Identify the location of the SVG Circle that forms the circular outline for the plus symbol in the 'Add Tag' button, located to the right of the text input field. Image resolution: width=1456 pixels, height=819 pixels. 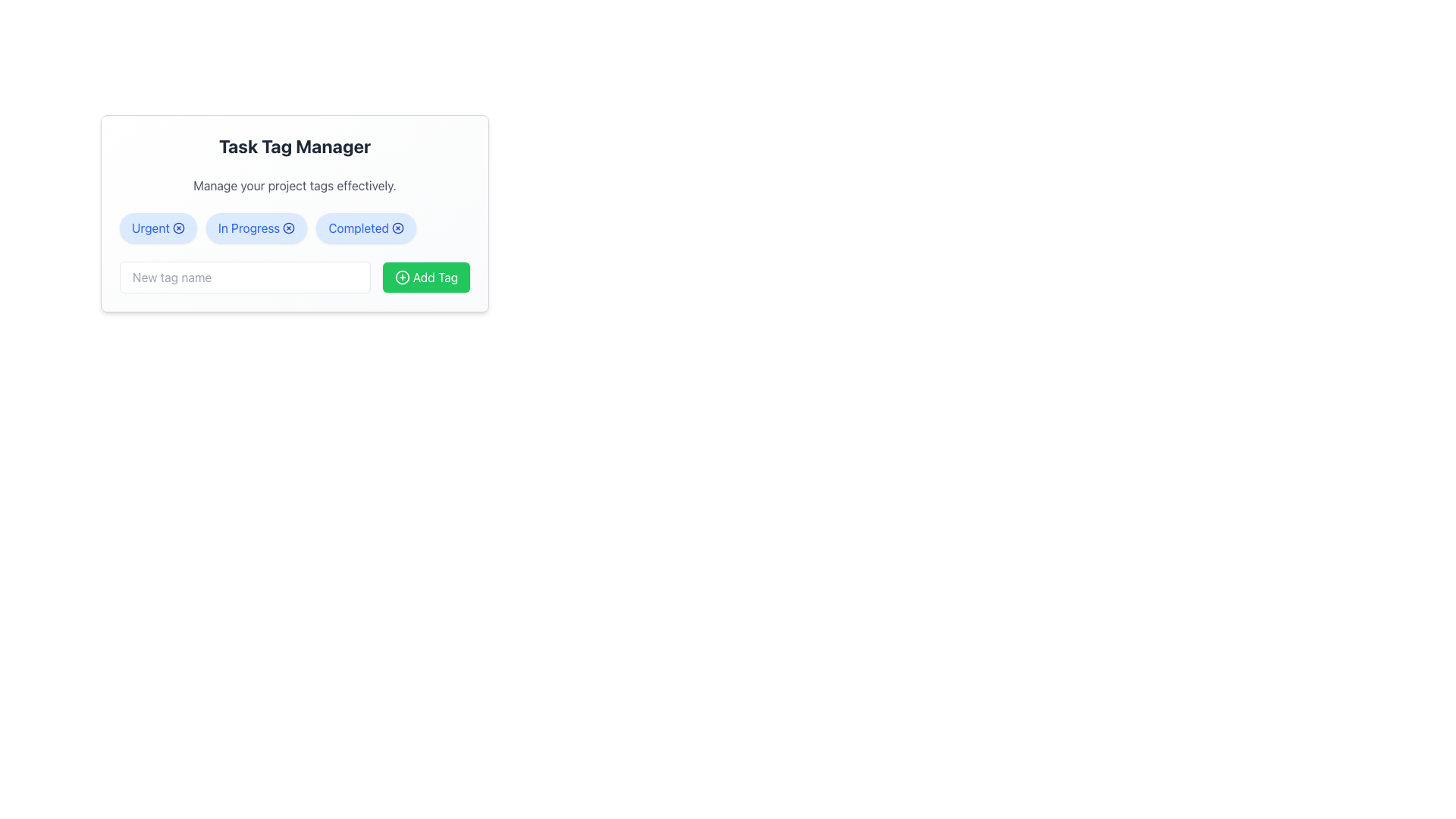
(402, 278).